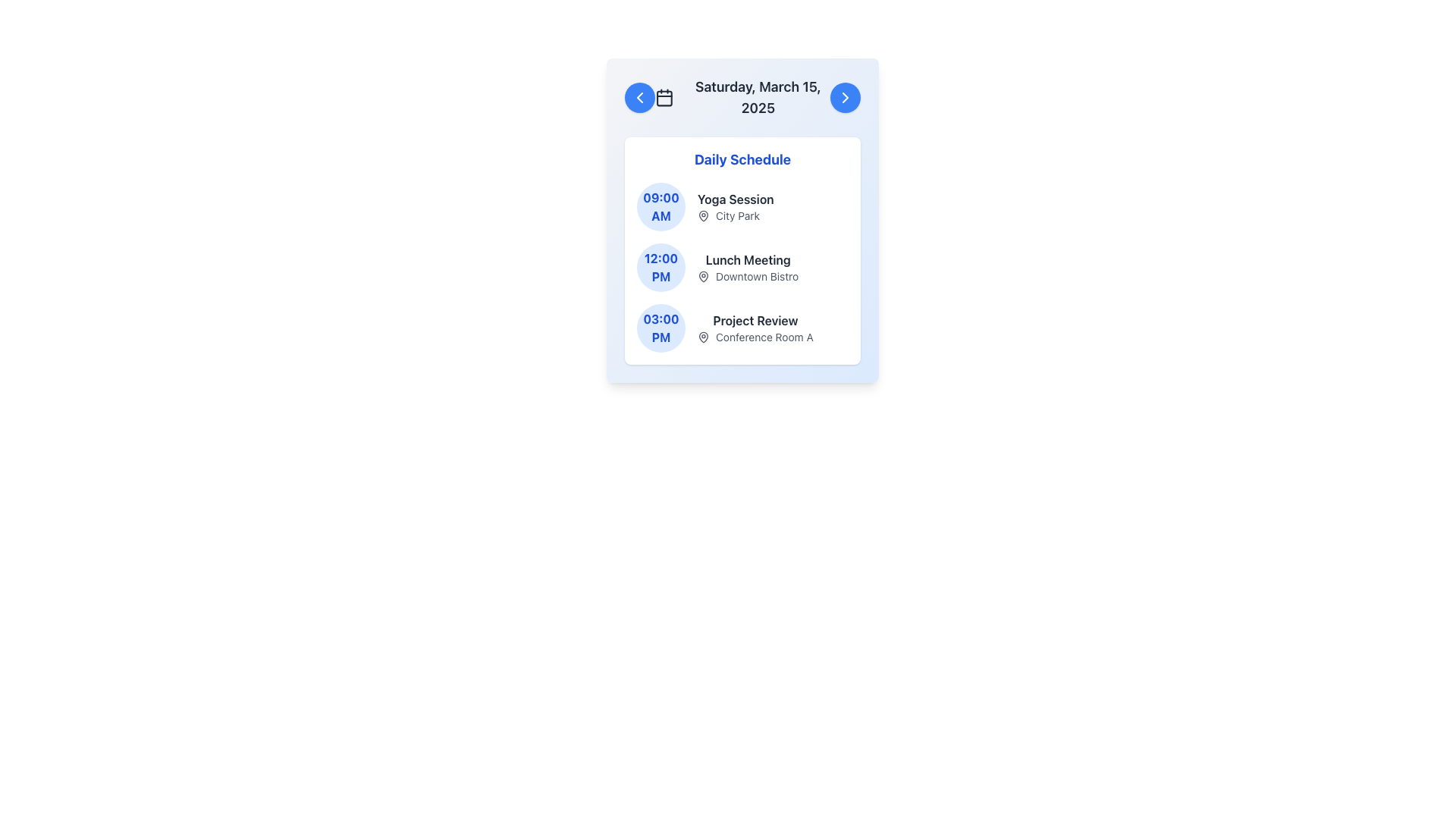 The image size is (1456, 819). I want to click on event title 'Lunch Meeting' and location 'Downtown Bistro' from the textual block located within the schedule card, positioned below the '12:00 PM' time indicator, so click(748, 267).